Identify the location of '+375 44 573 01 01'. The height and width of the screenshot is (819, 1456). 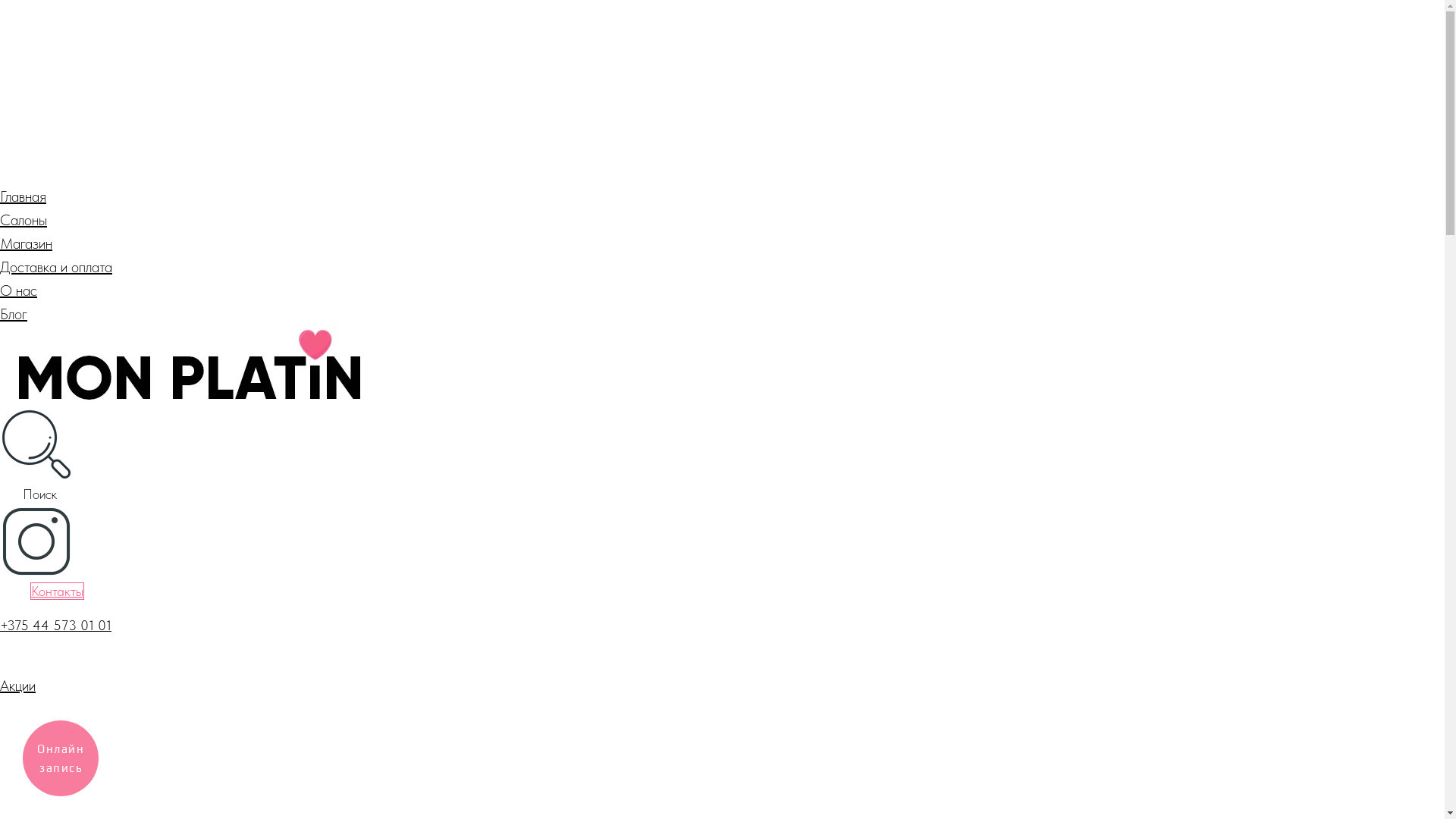
(55, 625).